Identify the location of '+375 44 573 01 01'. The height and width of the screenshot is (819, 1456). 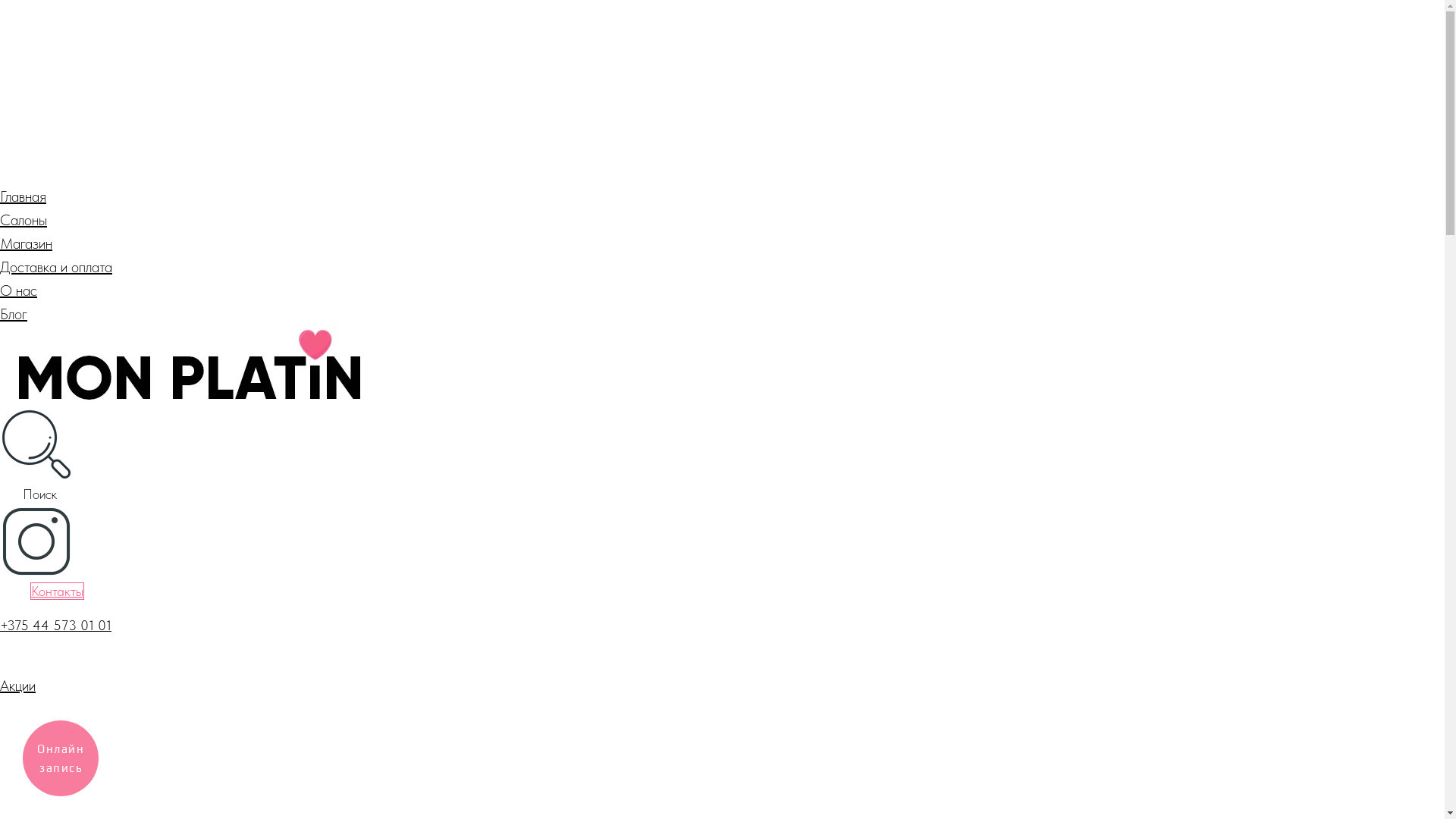
(55, 625).